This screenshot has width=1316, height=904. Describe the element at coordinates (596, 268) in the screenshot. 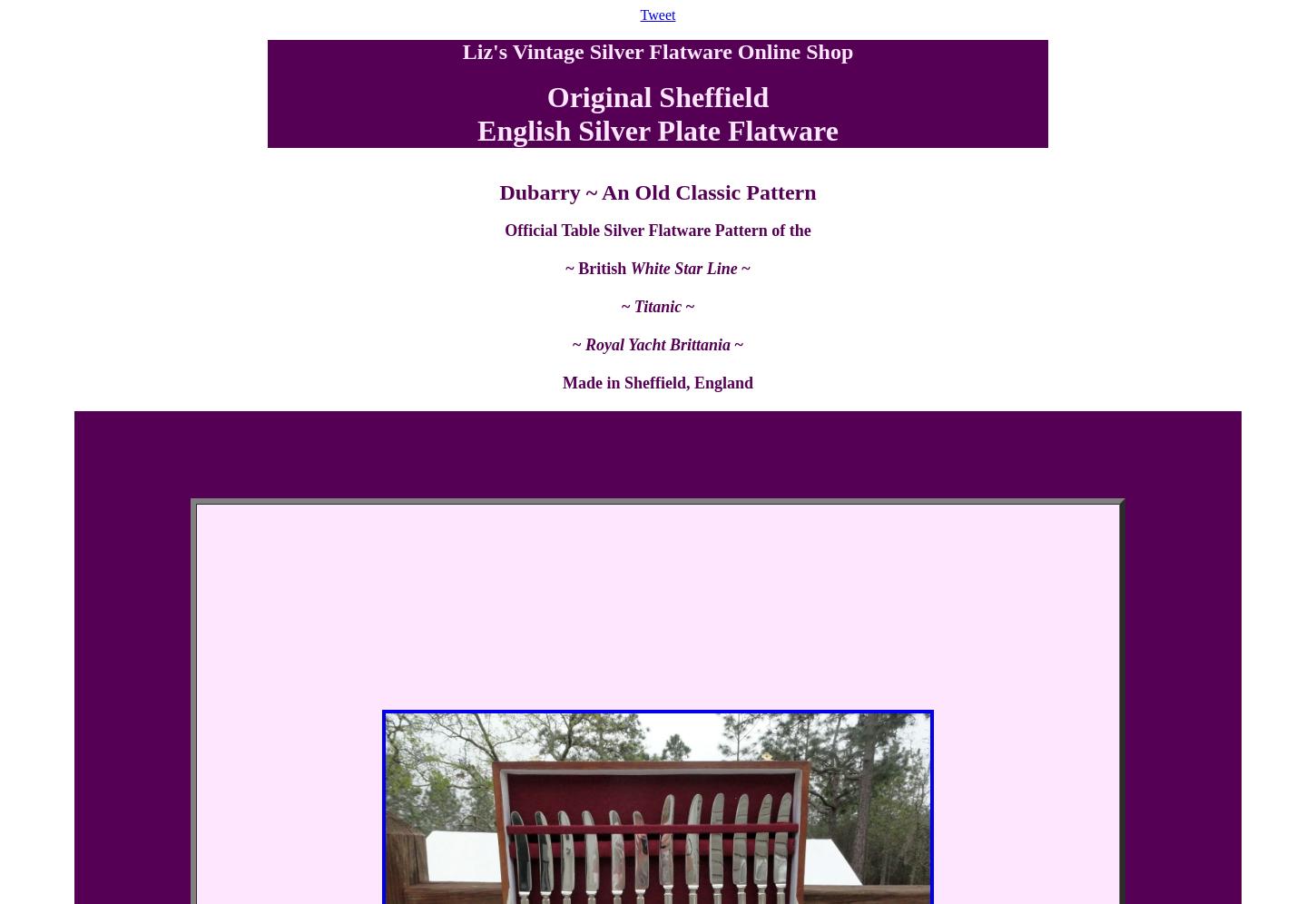

I see `'~ British'` at that location.